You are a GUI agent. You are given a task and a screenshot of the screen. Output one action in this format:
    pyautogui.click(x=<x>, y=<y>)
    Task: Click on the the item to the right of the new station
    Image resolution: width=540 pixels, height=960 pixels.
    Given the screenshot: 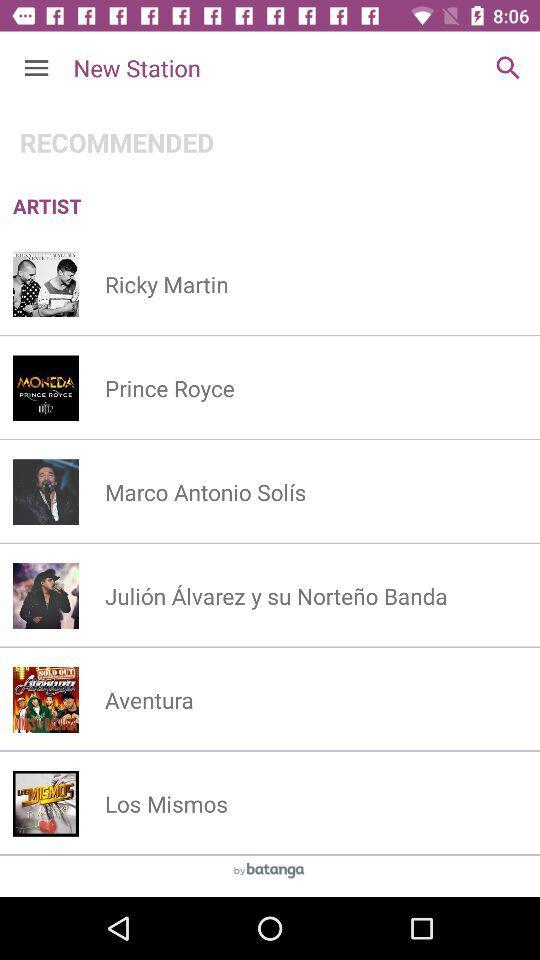 What is the action you would take?
    pyautogui.click(x=508, y=68)
    